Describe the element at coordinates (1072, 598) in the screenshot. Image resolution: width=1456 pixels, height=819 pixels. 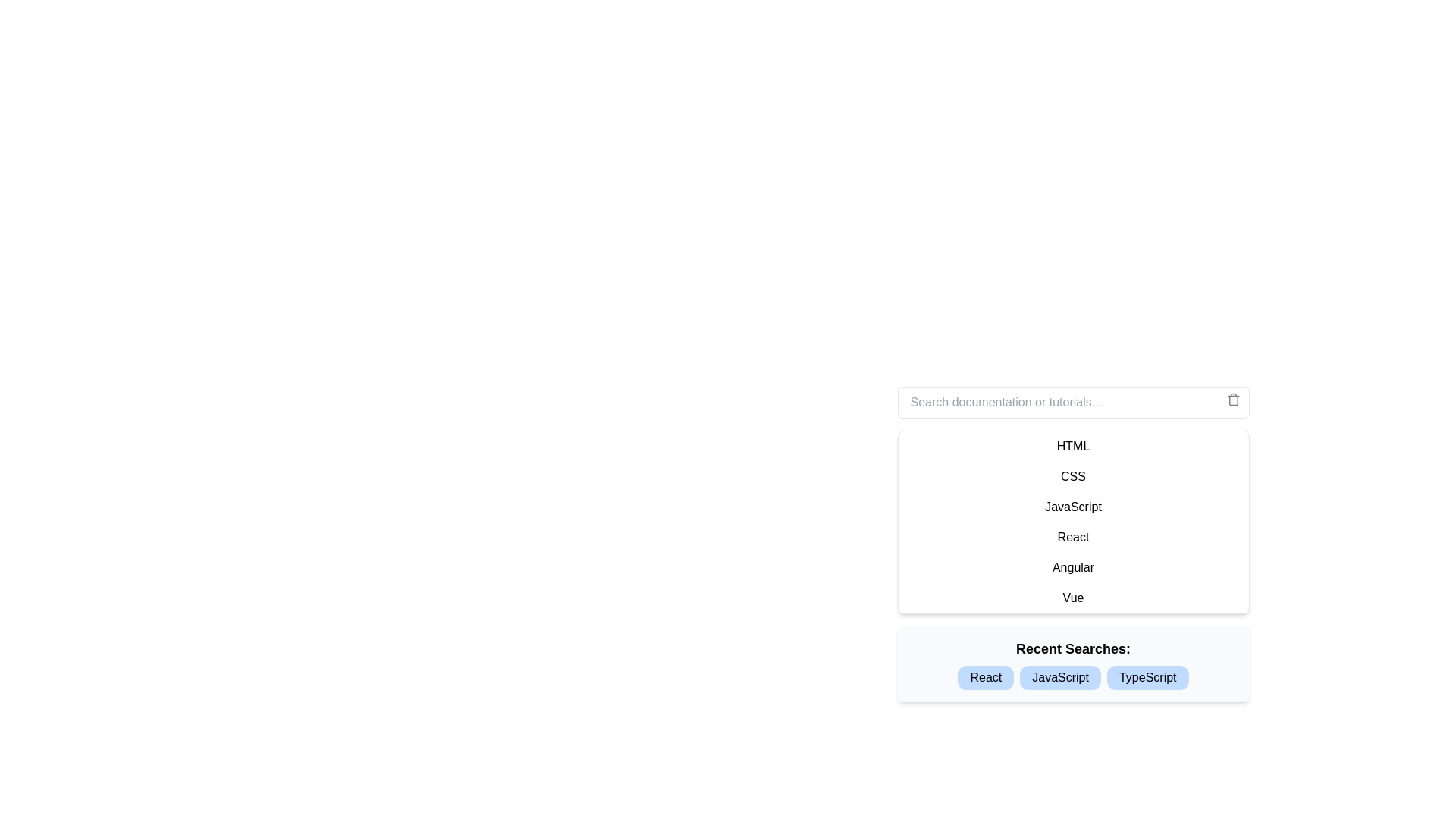
I see `the last text-based menu item within a vertical list of six items` at that location.